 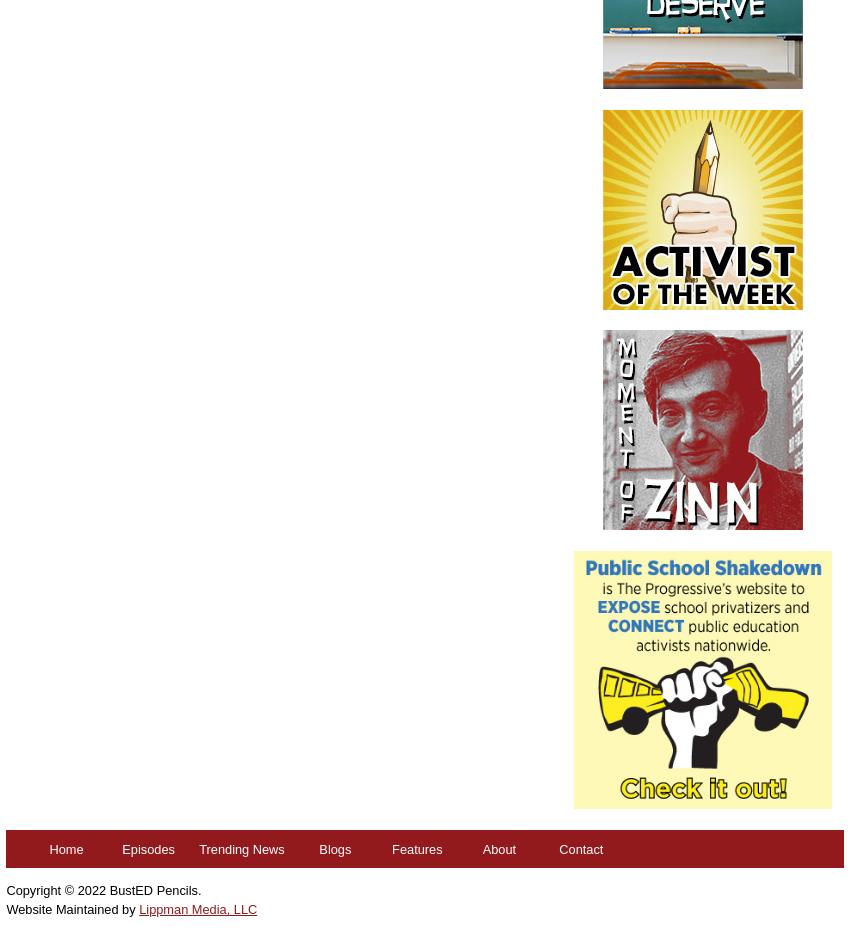 What do you see at coordinates (147, 847) in the screenshot?
I see `'Episodes'` at bounding box center [147, 847].